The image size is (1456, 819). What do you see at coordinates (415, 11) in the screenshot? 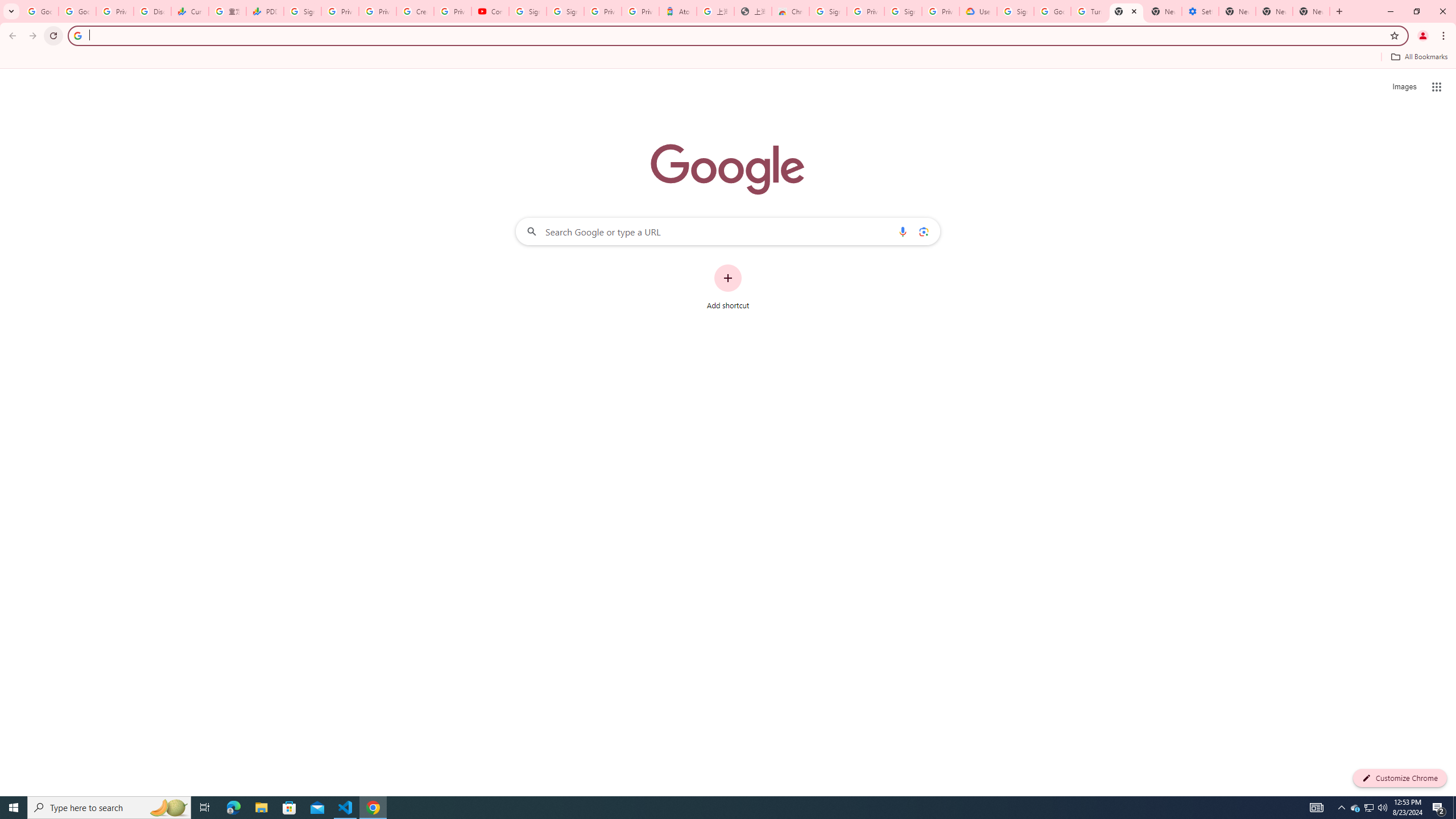
I see `'Create your Google Account'` at bounding box center [415, 11].